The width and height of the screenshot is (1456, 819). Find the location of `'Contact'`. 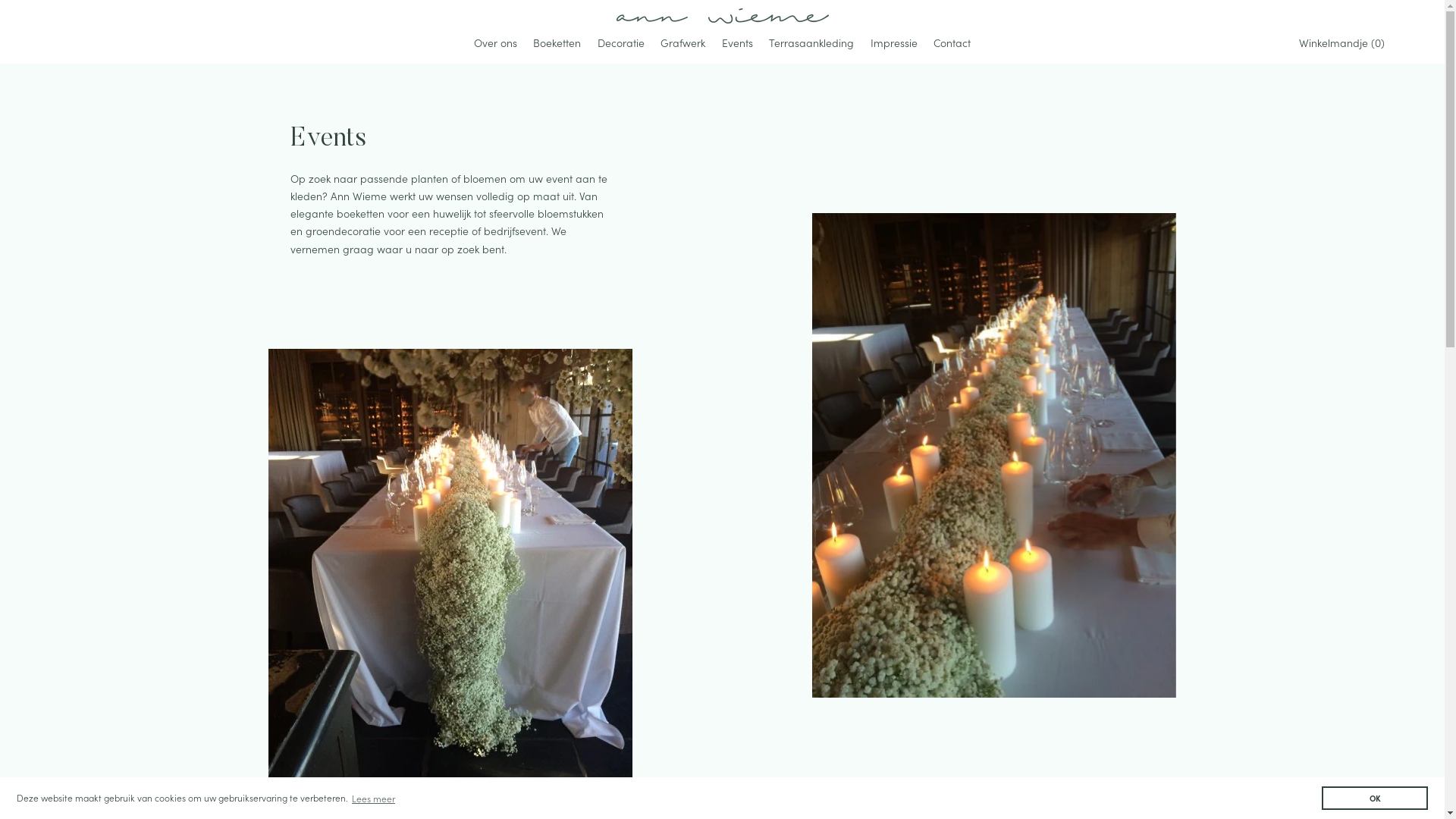

'Contact' is located at coordinates (951, 43).